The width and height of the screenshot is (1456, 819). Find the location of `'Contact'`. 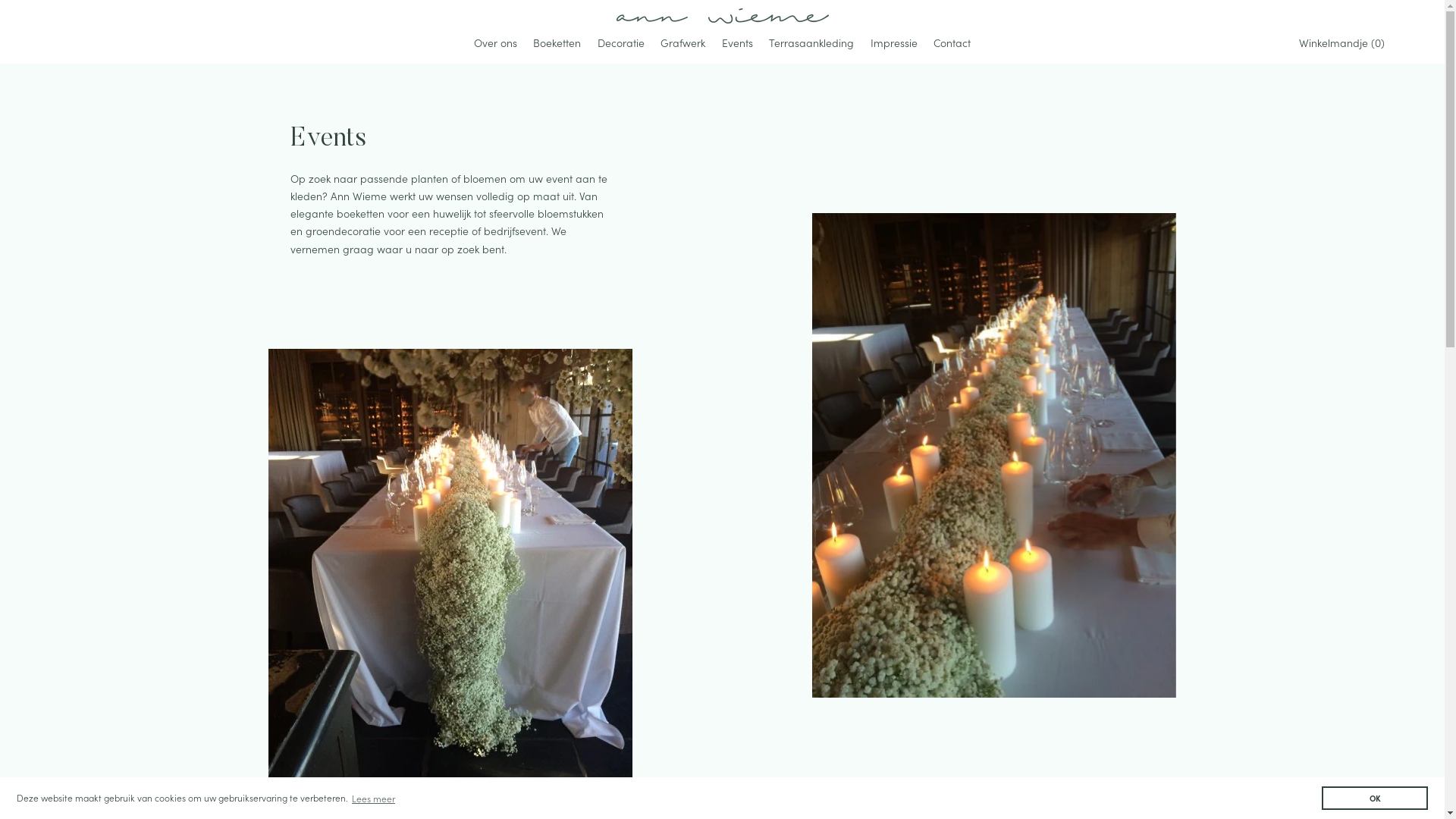

'Contact' is located at coordinates (951, 43).